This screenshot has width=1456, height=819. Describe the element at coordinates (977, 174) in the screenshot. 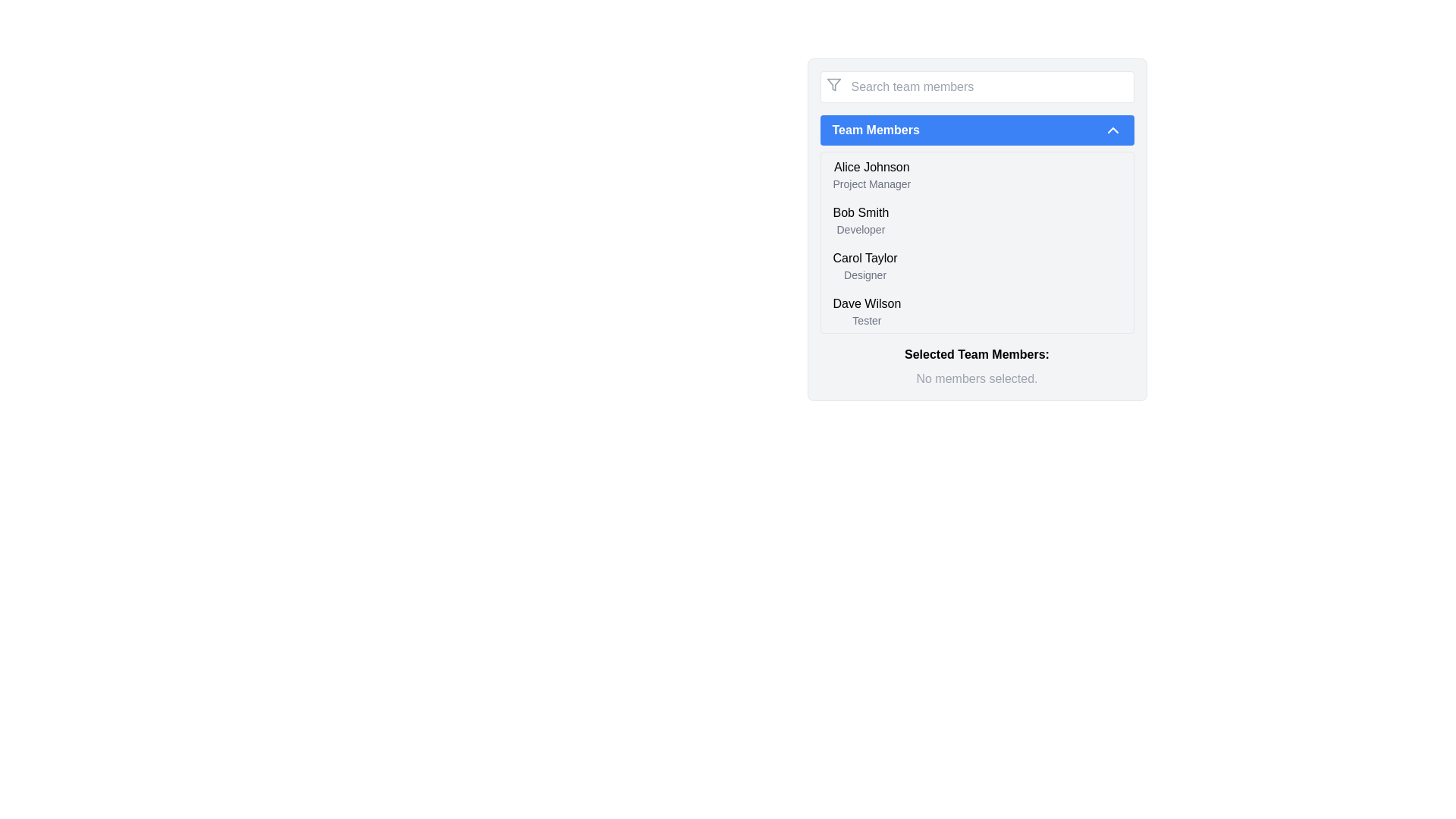

I see `the first list item displaying 'Alice Johnson', which is part of a vertical list of team members` at that location.